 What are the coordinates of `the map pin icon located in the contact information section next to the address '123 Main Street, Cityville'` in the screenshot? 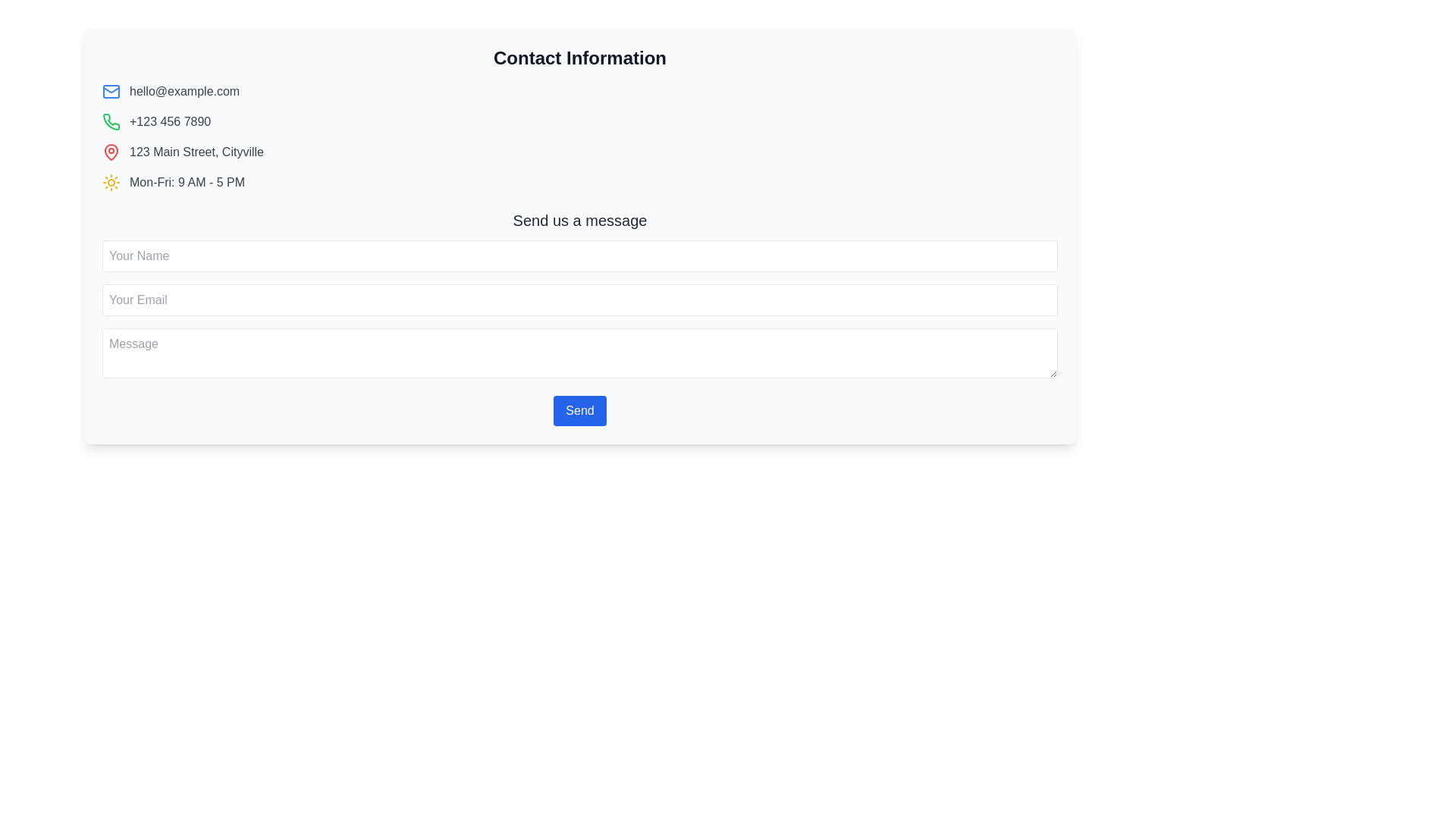 It's located at (111, 152).